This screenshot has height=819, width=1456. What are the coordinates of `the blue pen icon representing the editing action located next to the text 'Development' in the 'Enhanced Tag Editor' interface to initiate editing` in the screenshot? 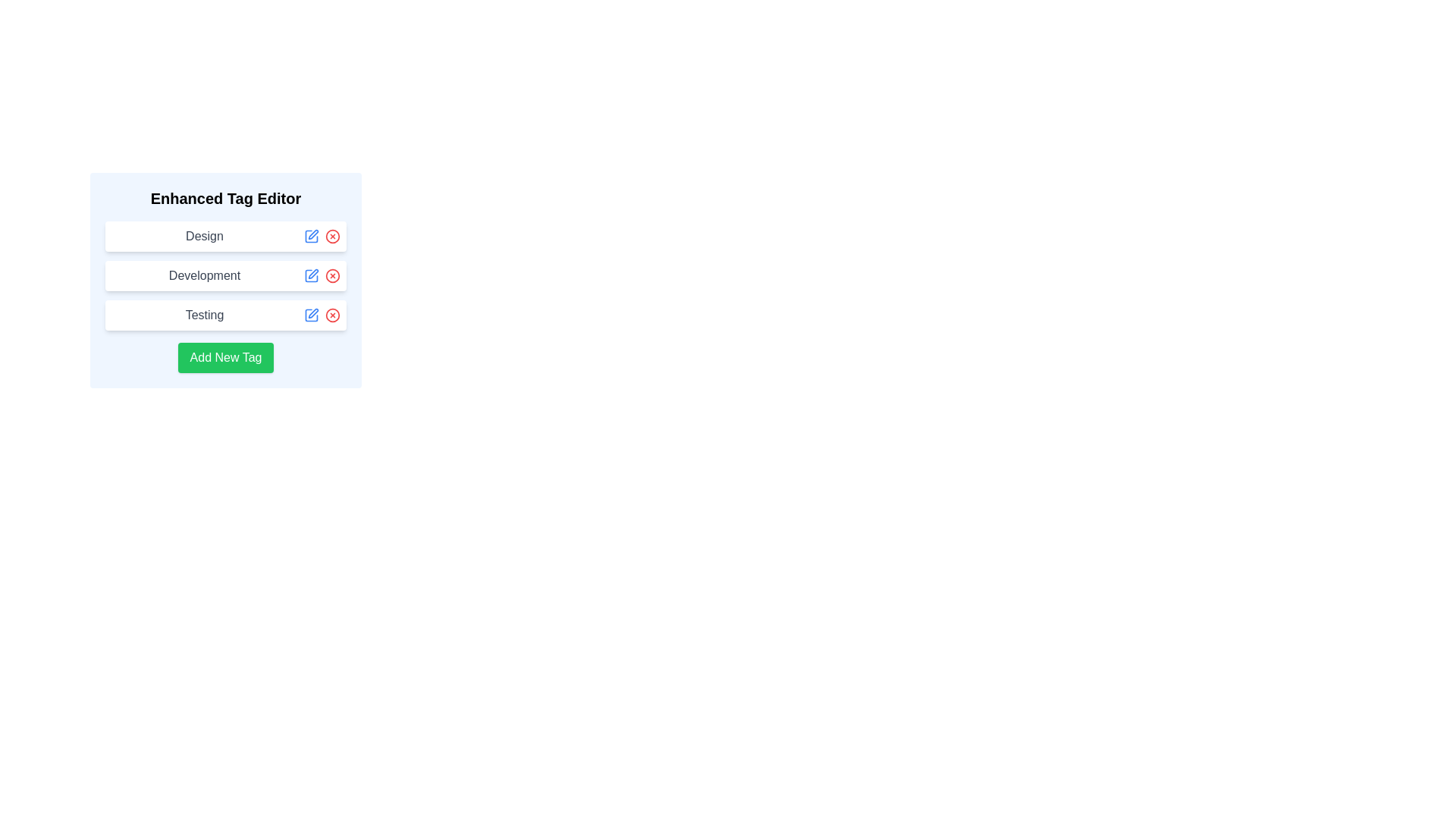 It's located at (311, 275).